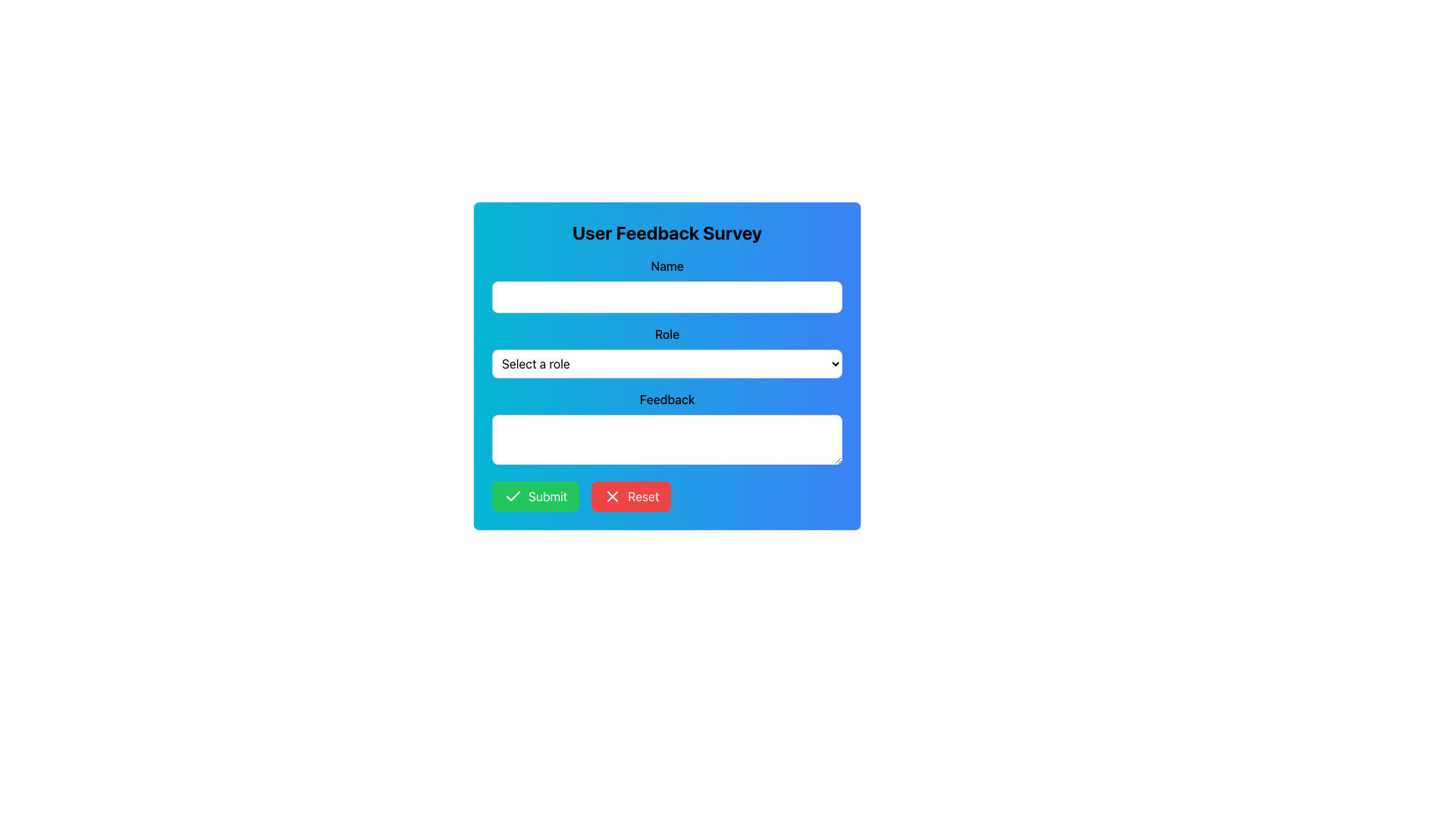  Describe the element at coordinates (613, 497) in the screenshot. I see `the close icon located inside the user feedback form, adjacent to the 'Reset' button` at that location.